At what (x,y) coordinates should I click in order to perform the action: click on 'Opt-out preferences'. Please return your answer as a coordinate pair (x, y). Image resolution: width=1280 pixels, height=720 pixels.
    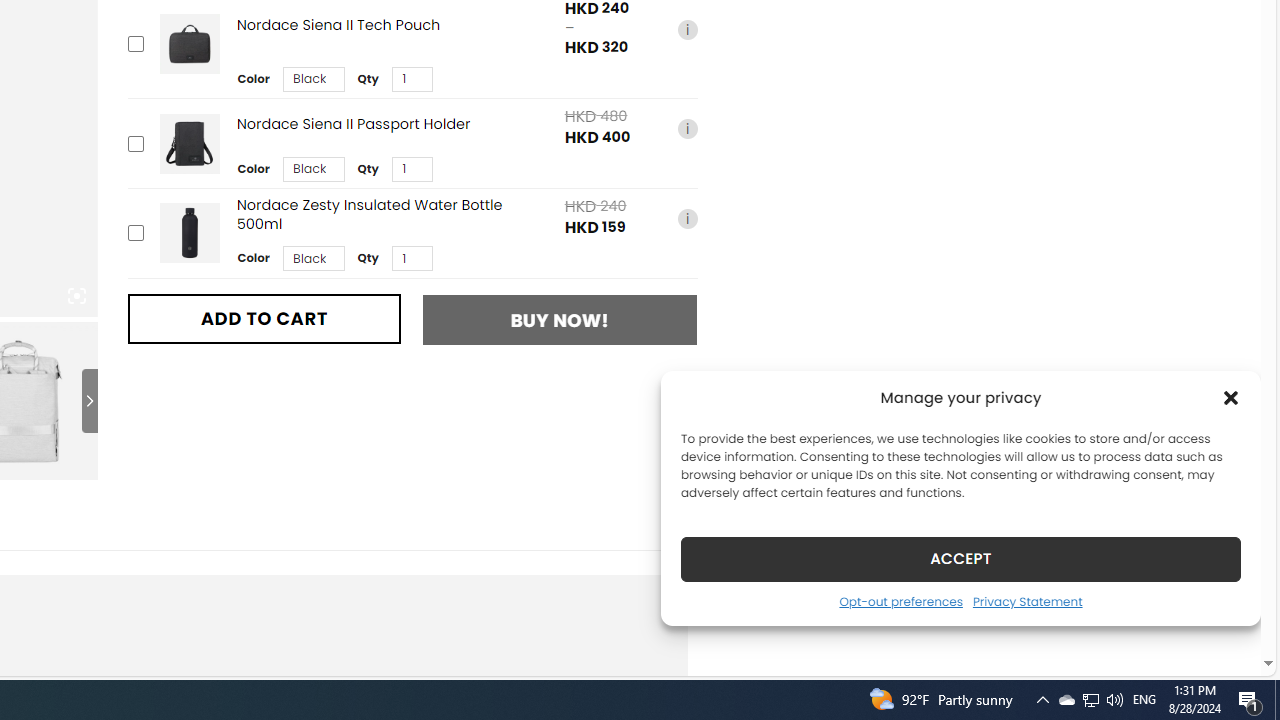
    Looking at the image, I should click on (899, 600).